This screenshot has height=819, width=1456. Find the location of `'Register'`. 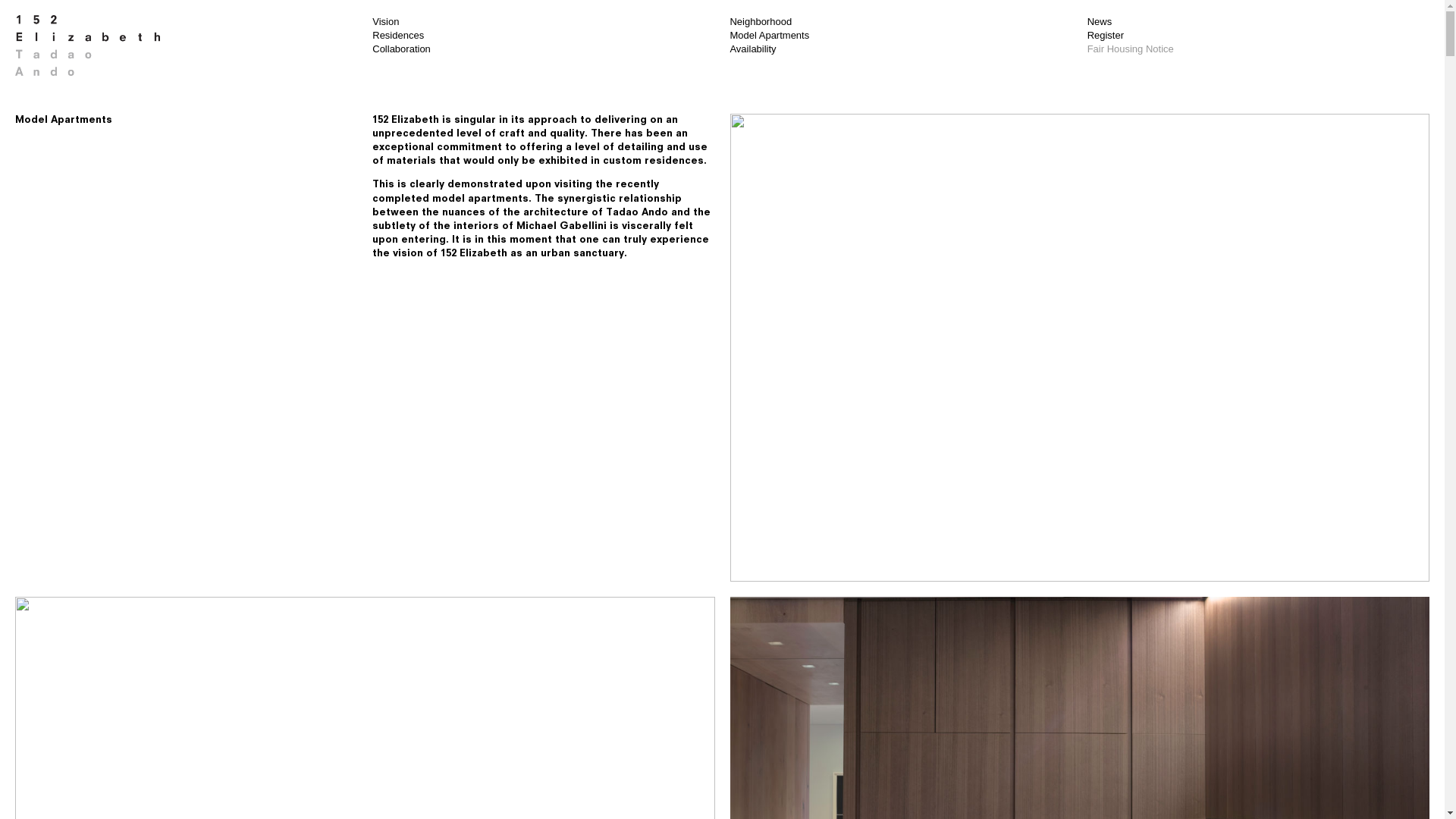

'Register' is located at coordinates (1106, 34).